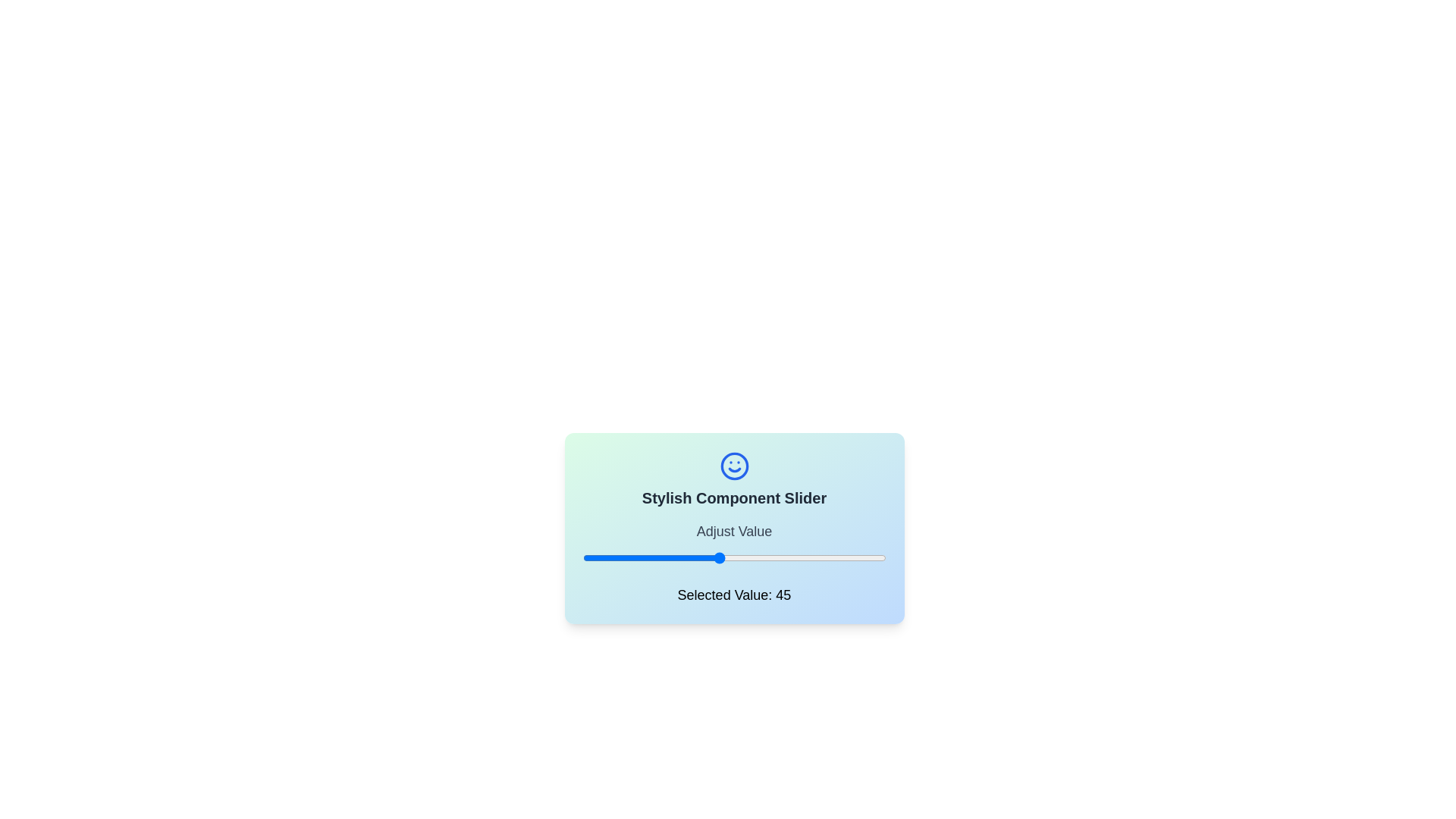  Describe the element at coordinates (868, 558) in the screenshot. I see `the slider to set its value to 94` at that location.